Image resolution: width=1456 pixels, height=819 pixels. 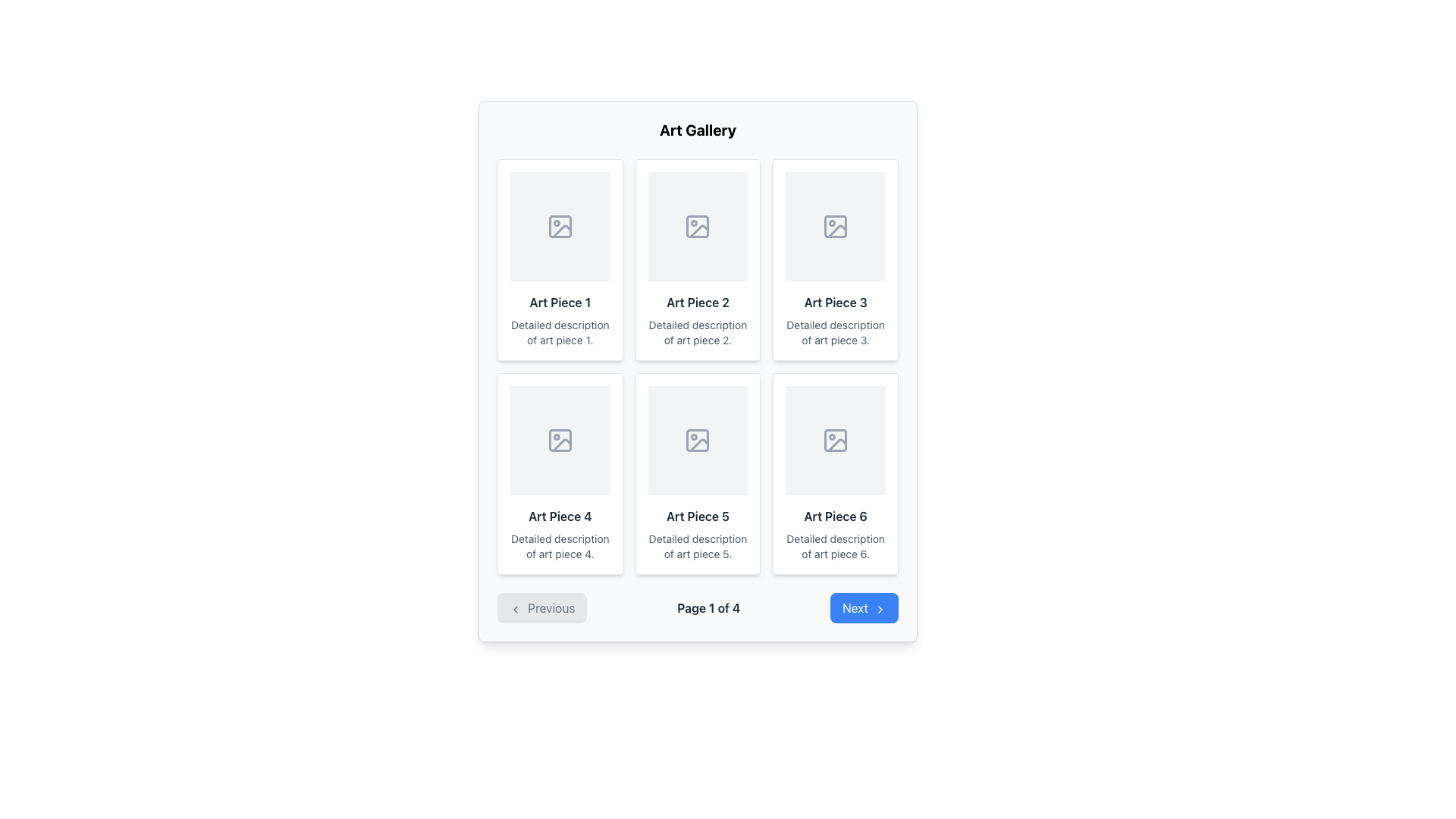 I want to click on content displayed in the Text label that provides additional contextual information about 'Art Piece 2', located in the second card of the first row, so click(x=697, y=332).